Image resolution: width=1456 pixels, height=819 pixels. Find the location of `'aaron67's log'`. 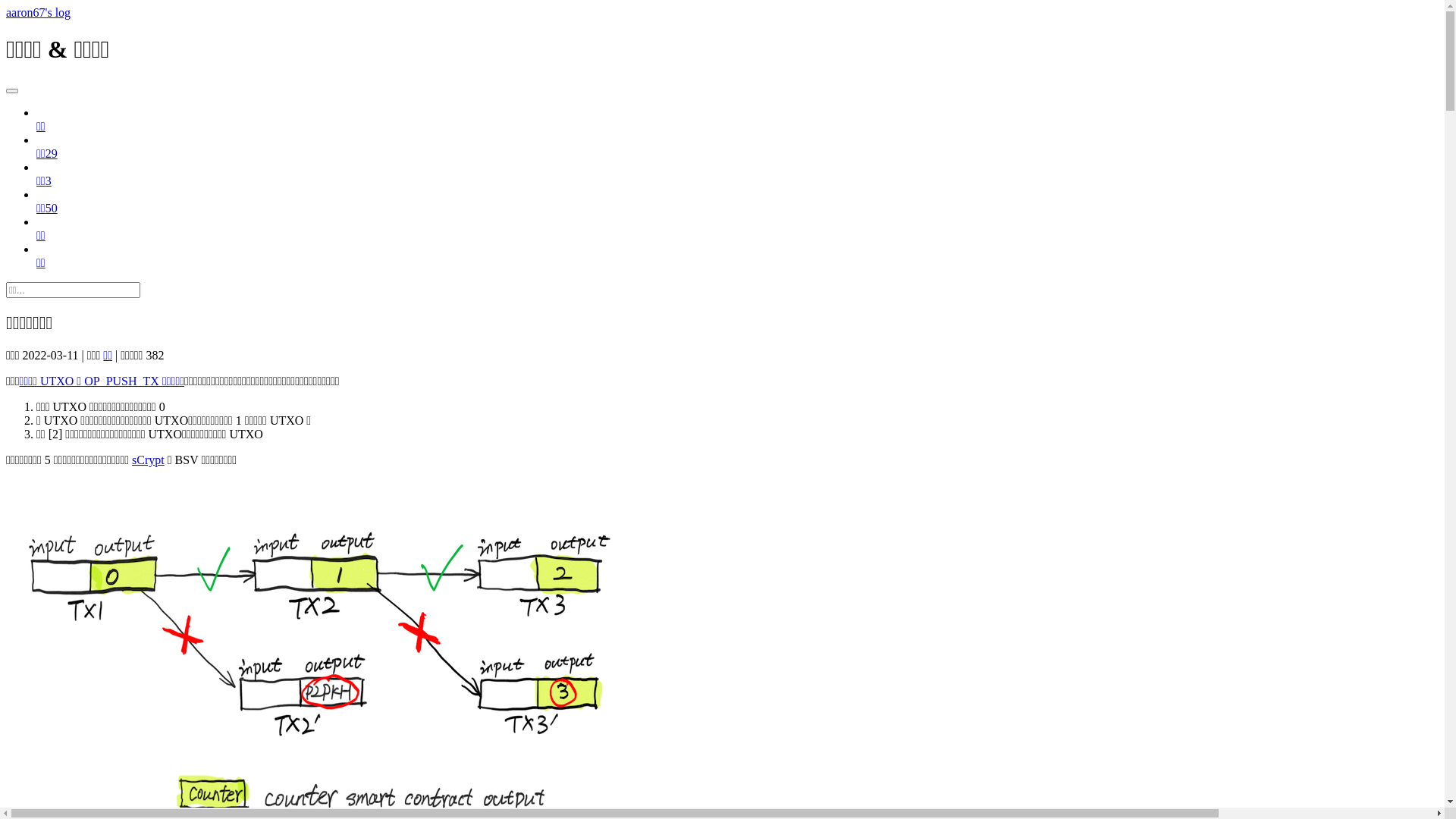

'aaron67's log' is located at coordinates (38, 12).